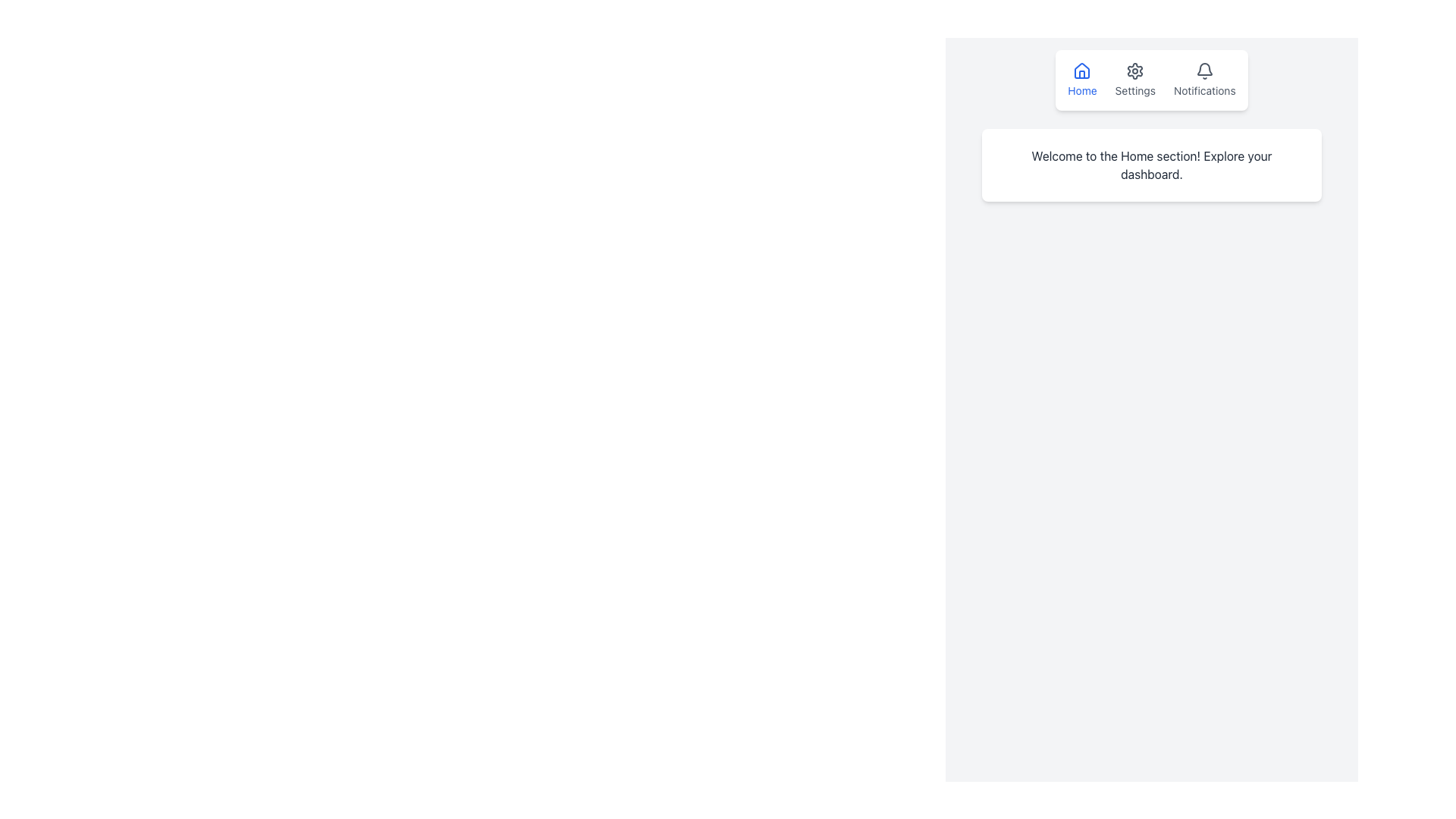  Describe the element at coordinates (1203, 71) in the screenshot. I see `the bell icon in the top-right corner of the navigation bar` at that location.